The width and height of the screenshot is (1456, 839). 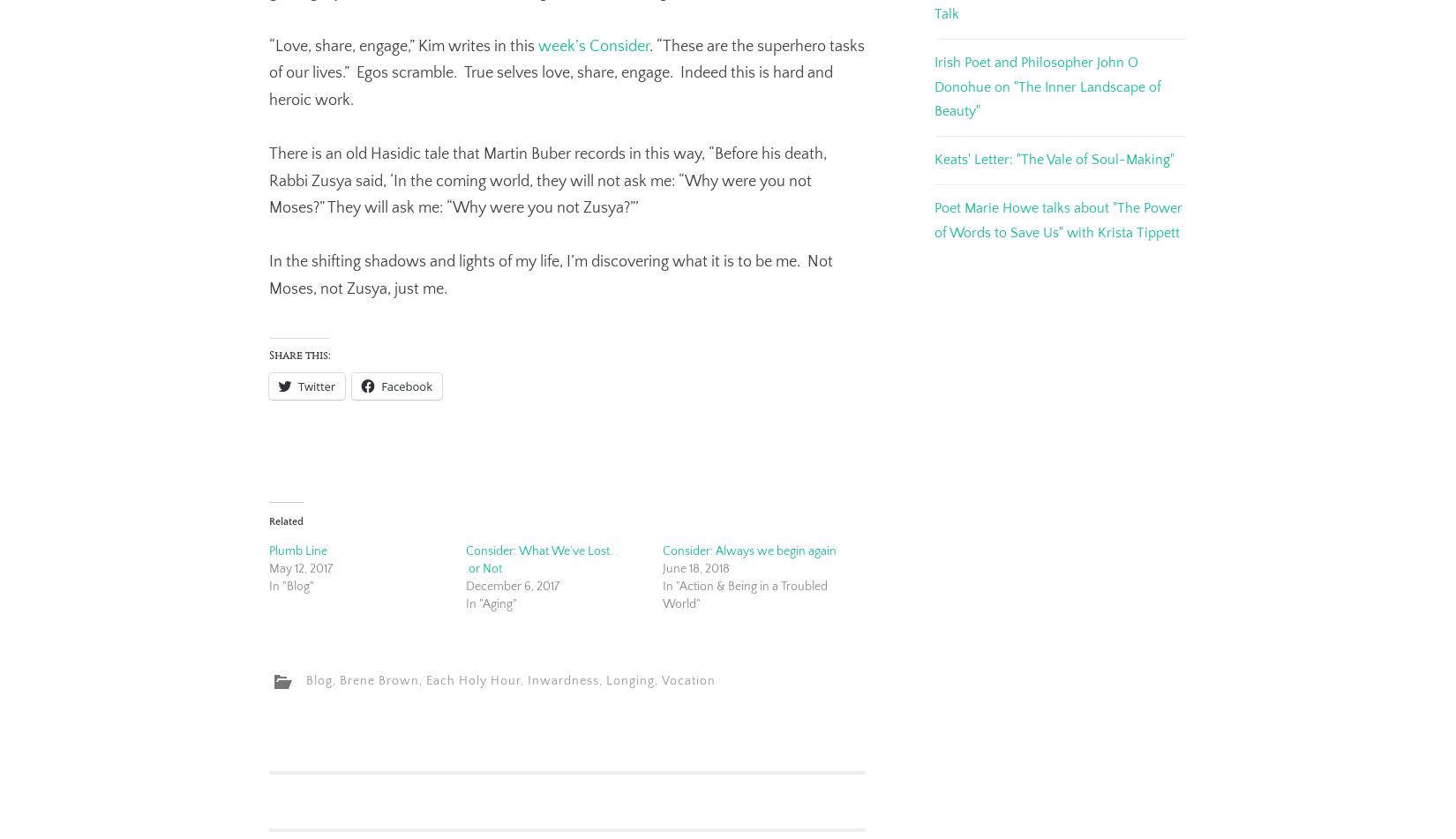 What do you see at coordinates (268, 46) in the screenshot?
I see `'“Love, share, engage,” Kim writes in this'` at bounding box center [268, 46].